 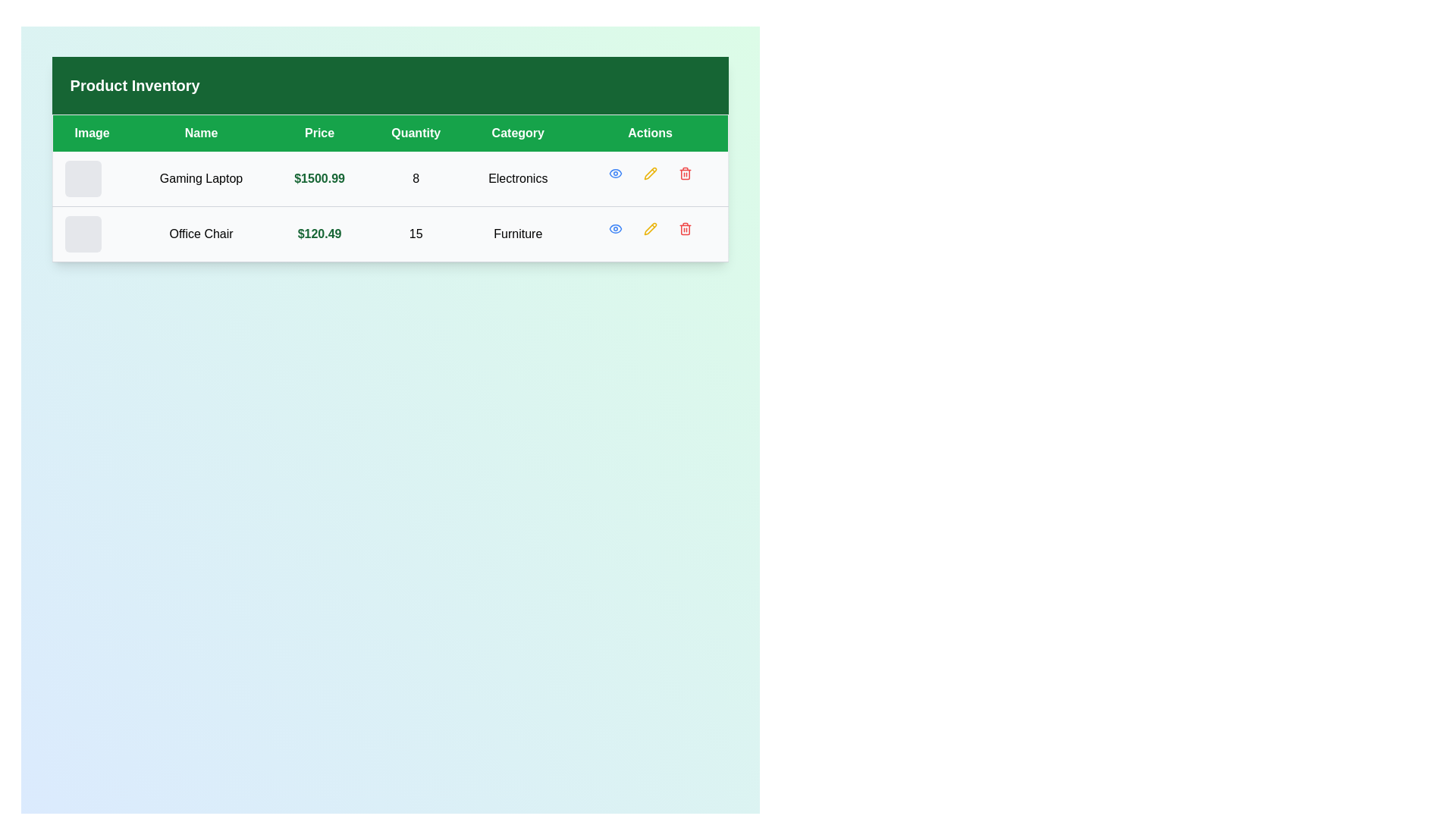 What do you see at coordinates (615, 172) in the screenshot?
I see `the blue eye icon button located in the 'Actions' column of the top row in the product inventory table` at bounding box center [615, 172].